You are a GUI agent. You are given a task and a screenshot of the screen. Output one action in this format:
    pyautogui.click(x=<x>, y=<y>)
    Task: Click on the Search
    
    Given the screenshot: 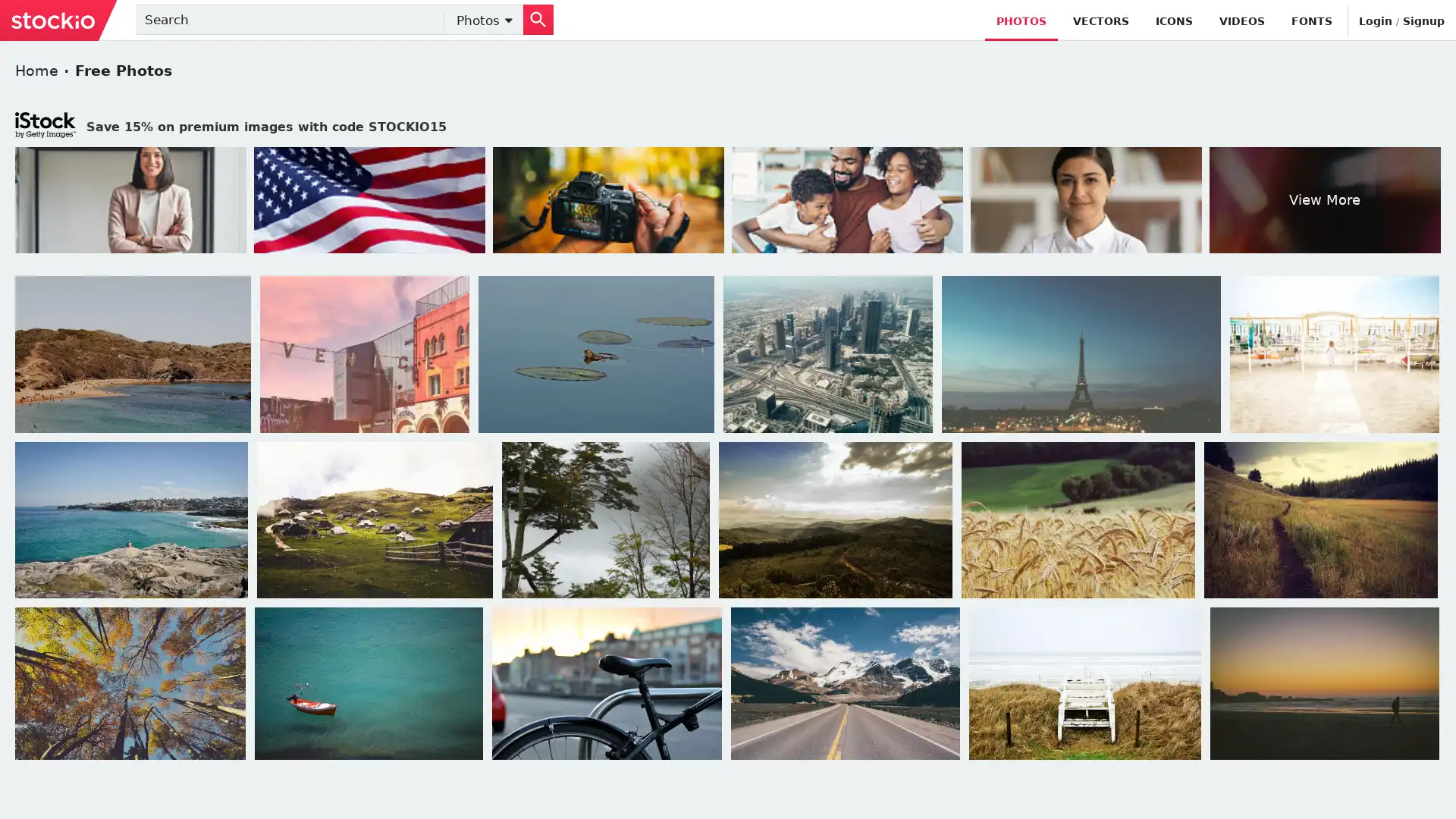 What is the action you would take?
    pyautogui.click(x=538, y=20)
    